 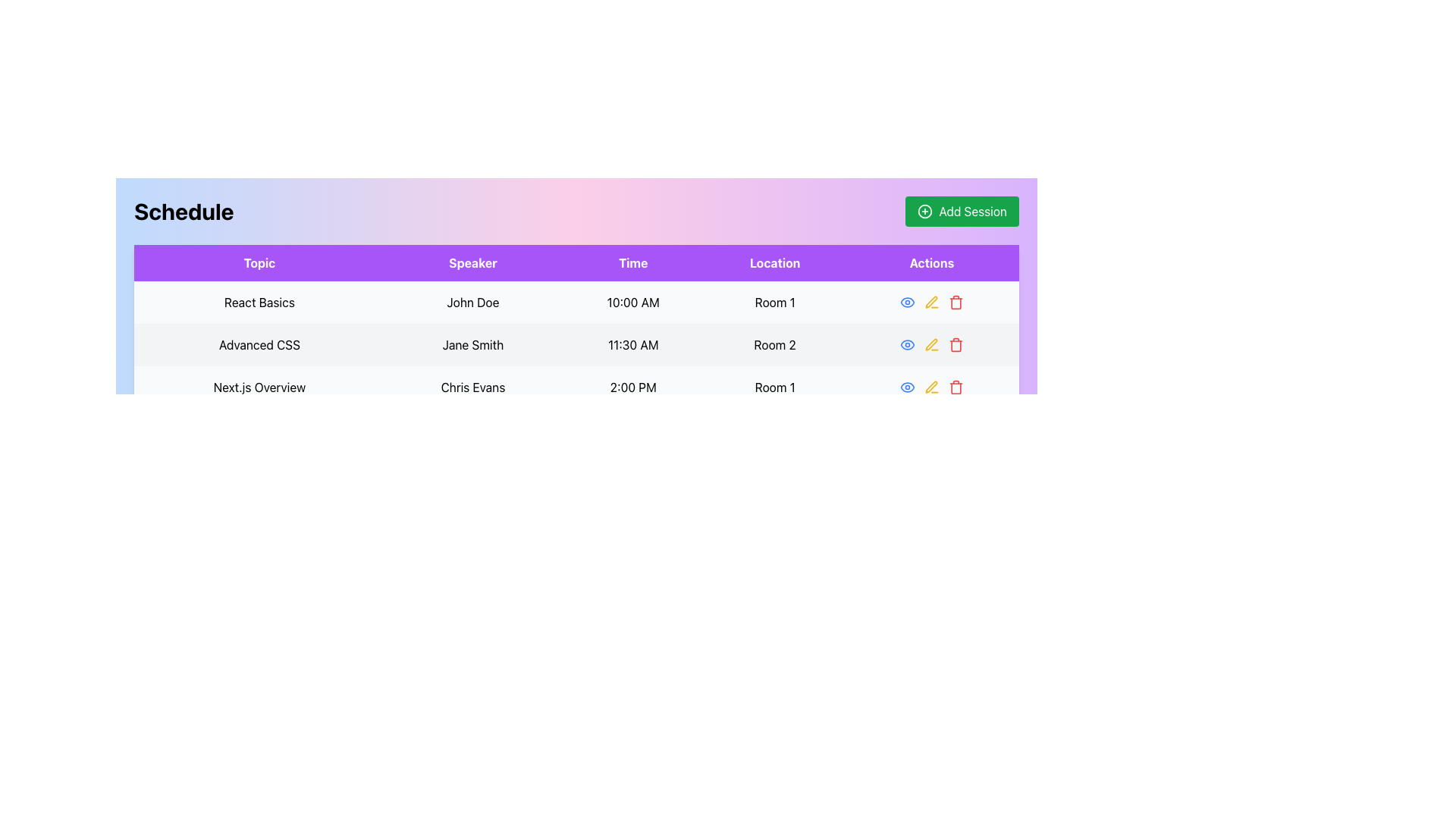 I want to click on each icon in the Horizontal Icon Group located in the 'Actions' column of the second row corresponding to the 'Advanced CSS' topic, so click(x=930, y=345).